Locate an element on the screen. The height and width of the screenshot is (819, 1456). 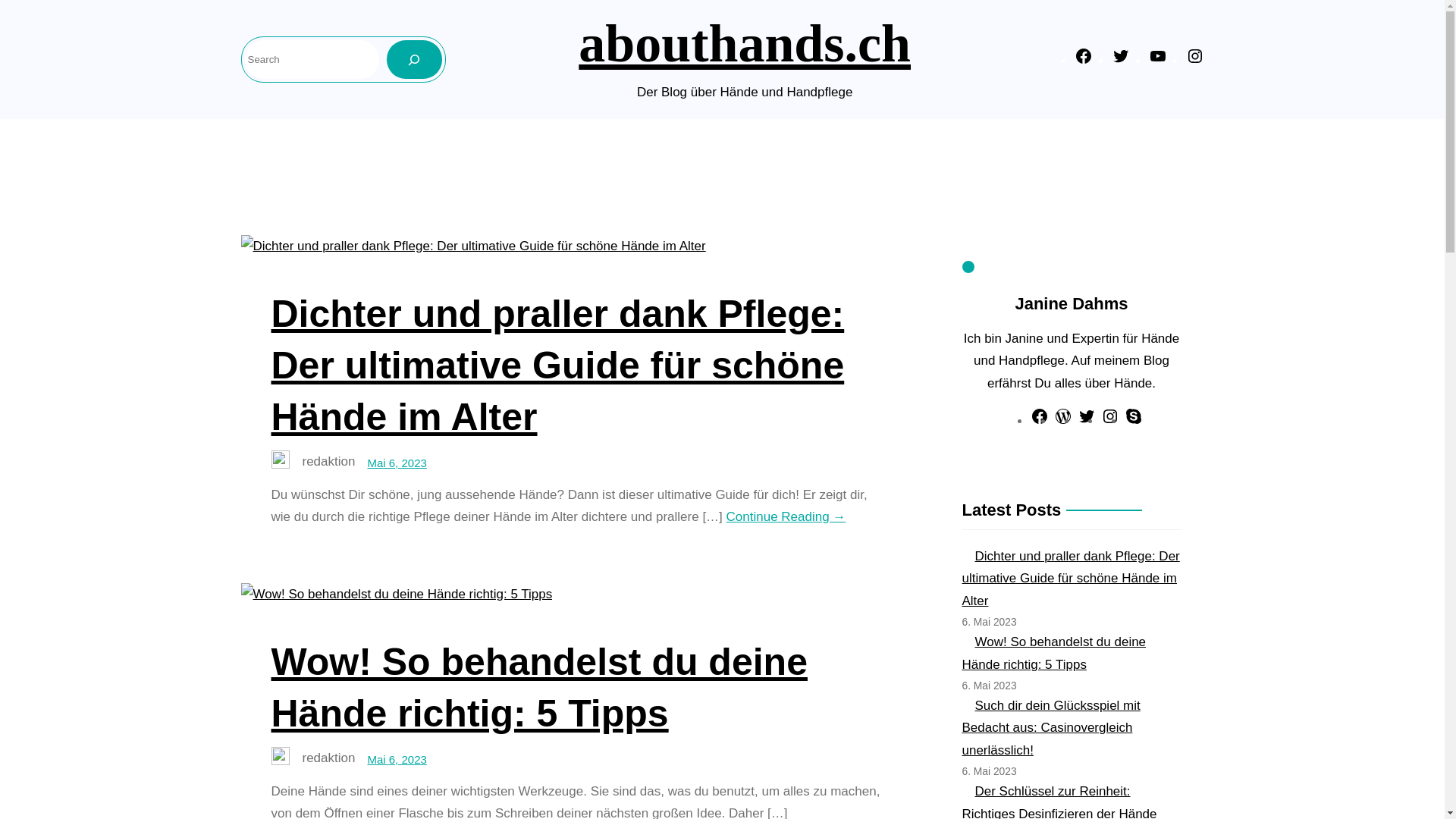
'Mai 6, 2023' is located at coordinates (397, 759).